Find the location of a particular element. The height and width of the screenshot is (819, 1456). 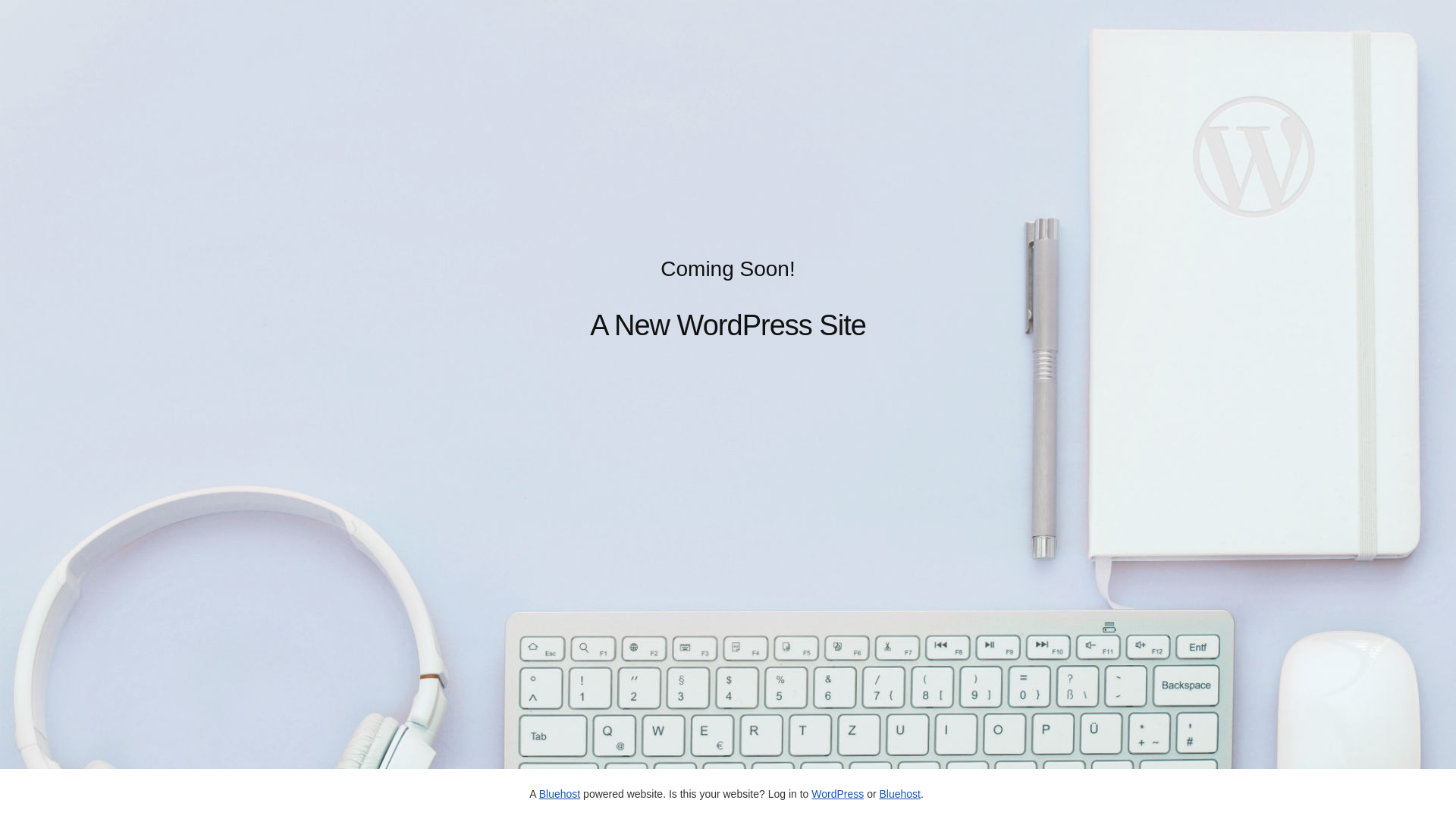

'Bluehost' is located at coordinates (899, 792).